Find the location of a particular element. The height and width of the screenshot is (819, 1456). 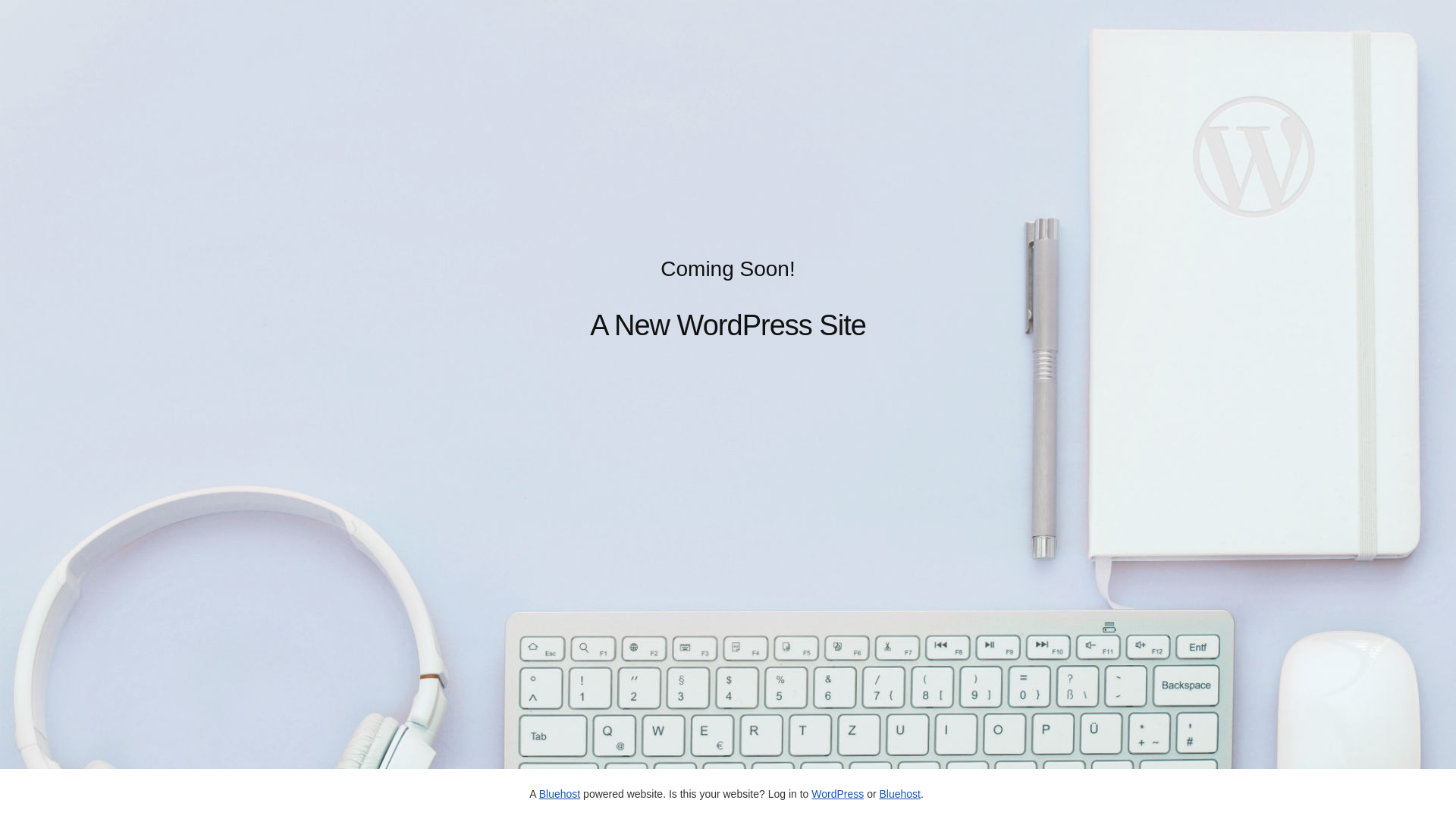

'Bluehost' is located at coordinates (899, 792).